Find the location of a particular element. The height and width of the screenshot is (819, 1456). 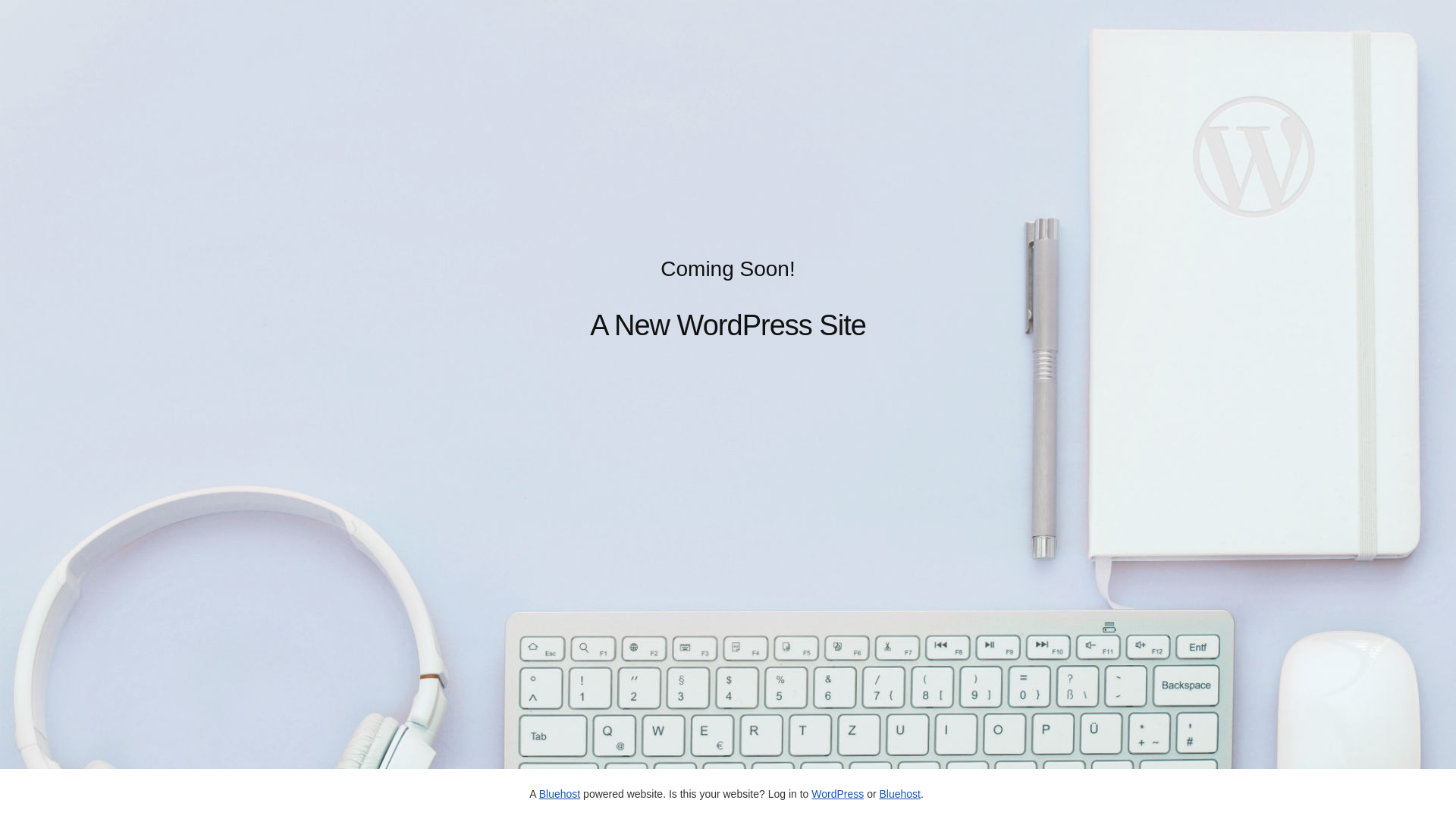

'Bluehost' is located at coordinates (899, 792).